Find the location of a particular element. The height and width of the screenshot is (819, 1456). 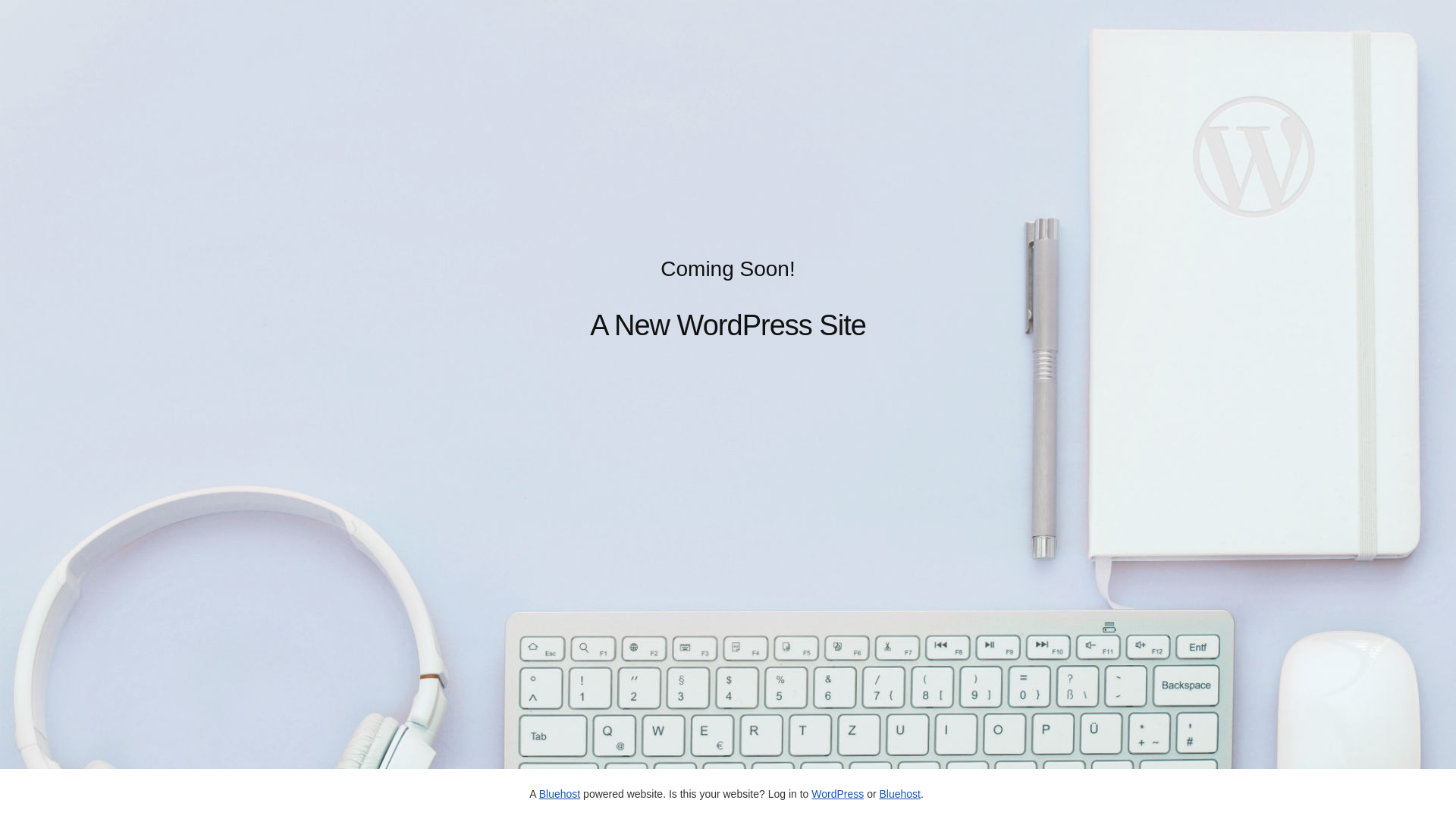

'Bluehost' is located at coordinates (899, 792).